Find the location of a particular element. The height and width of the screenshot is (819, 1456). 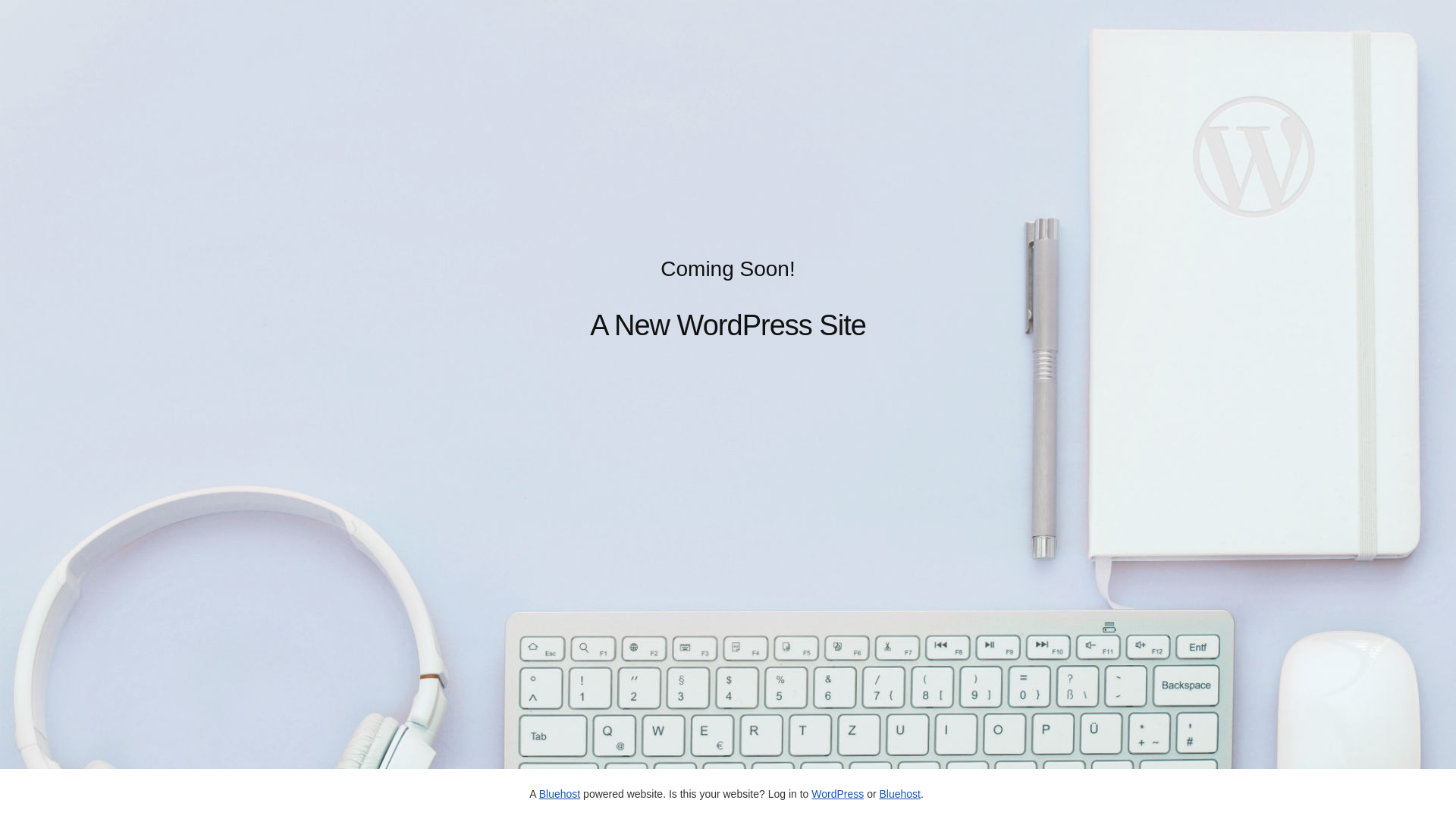

'Bluehost' is located at coordinates (899, 792).